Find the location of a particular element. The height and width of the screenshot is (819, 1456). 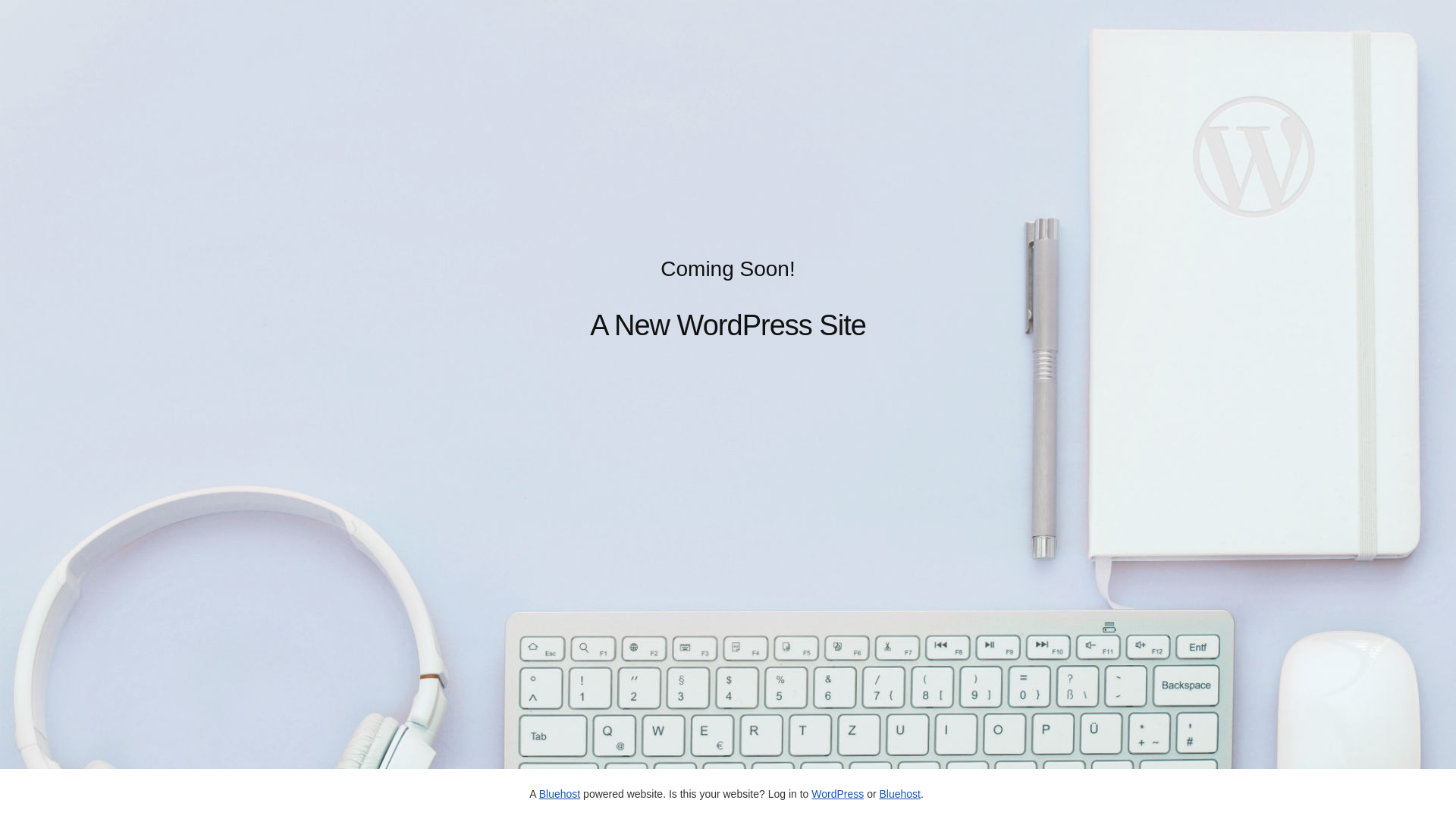

'Bluehost' is located at coordinates (899, 792).